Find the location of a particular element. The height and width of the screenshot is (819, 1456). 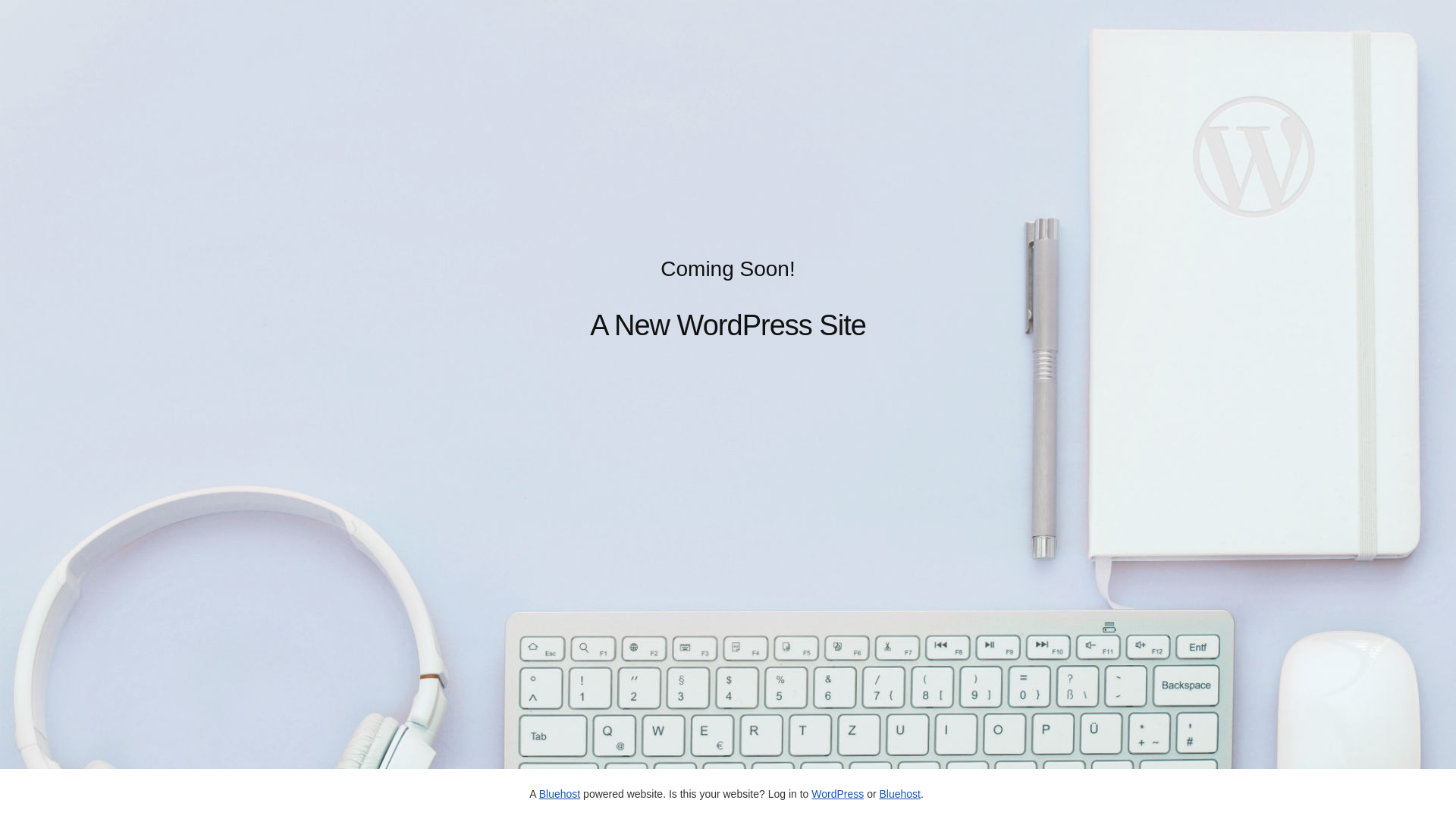

'Bluehost' is located at coordinates (899, 792).